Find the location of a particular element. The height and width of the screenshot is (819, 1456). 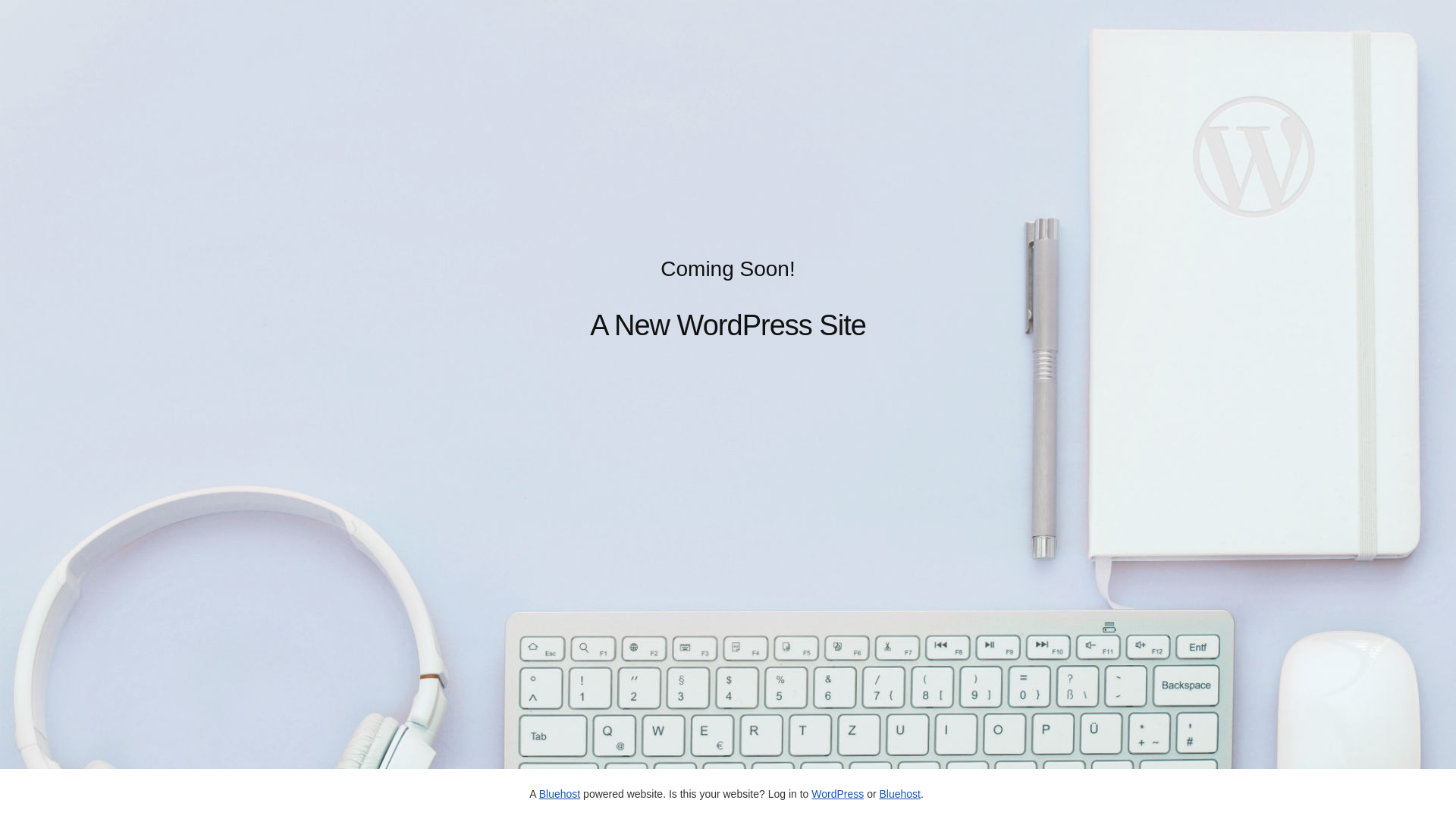

'Bluehost' is located at coordinates (899, 792).